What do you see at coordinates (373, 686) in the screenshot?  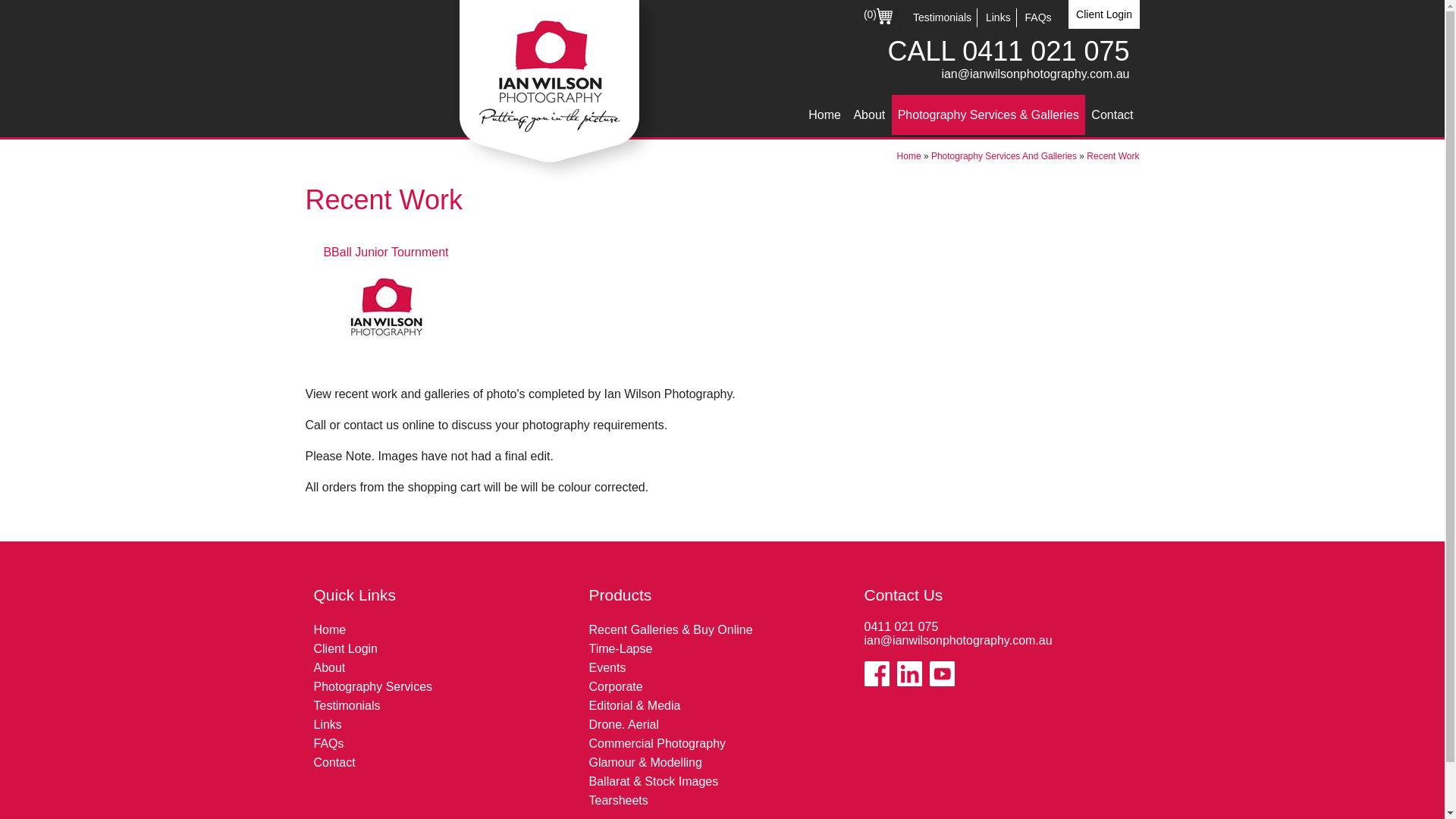 I see `'Photography Services'` at bounding box center [373, 686].